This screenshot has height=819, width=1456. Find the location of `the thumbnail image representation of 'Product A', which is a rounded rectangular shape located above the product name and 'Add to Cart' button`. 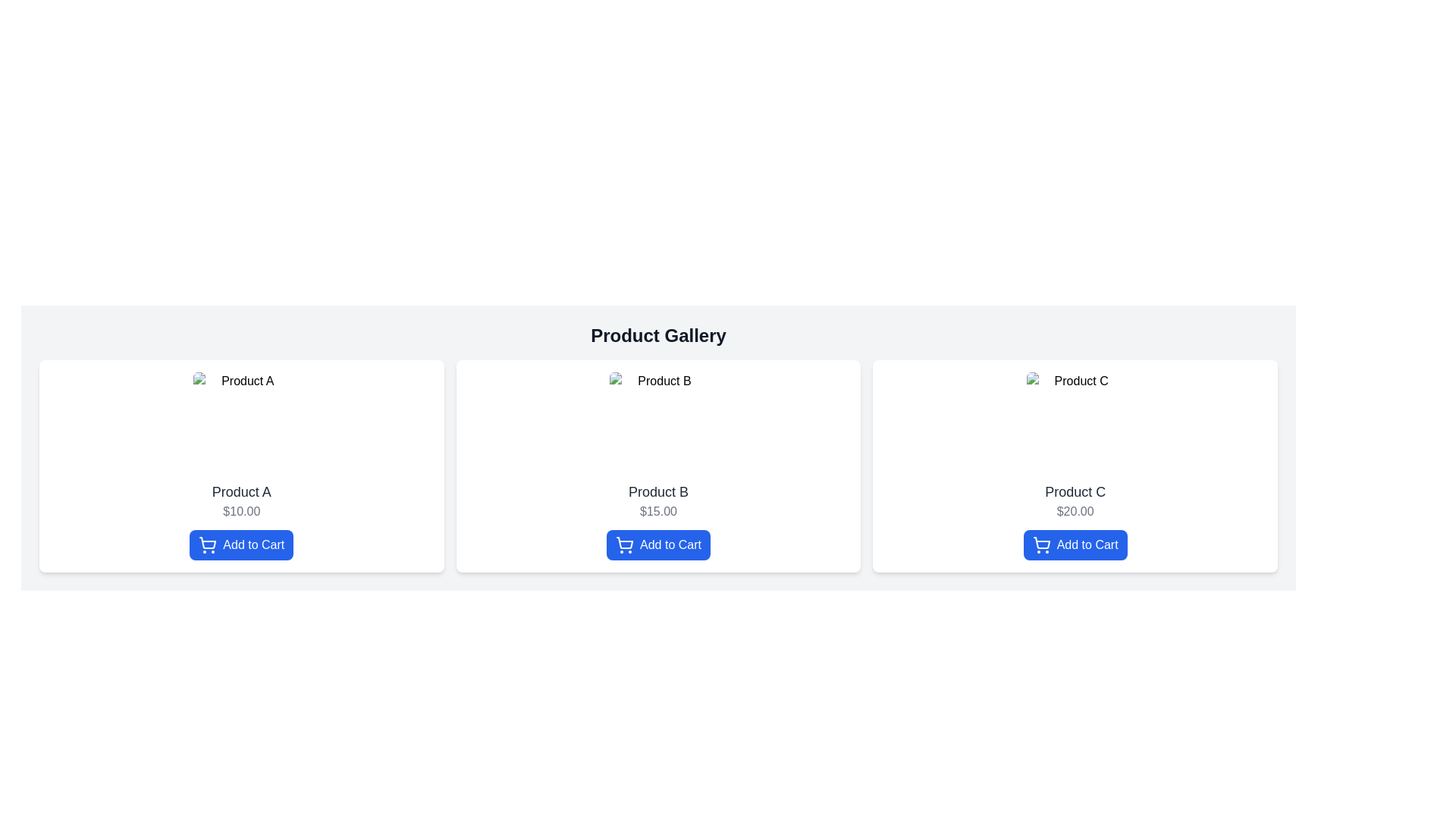

the thumbnail image representation of 'Product A', which is a rounded rectangular shape located above the product name and 'Add to Cart' button is located at coordinates (240, 421).